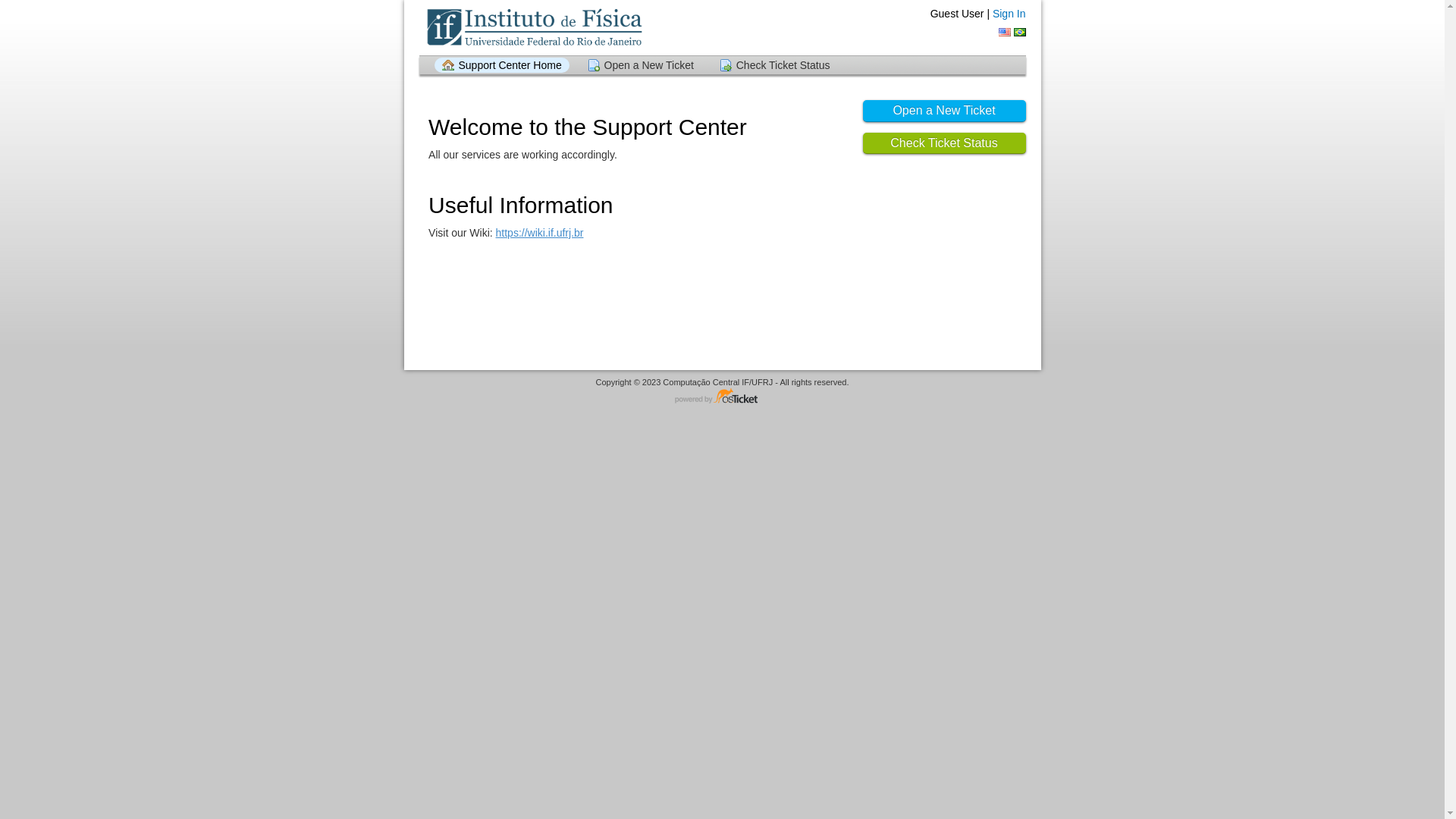 The height and width of the screenshot is (819, 1456). What do you see at coordinates (722, 396) in the screenshot?
I see `'Helpdesk software - powered by osTicket'` at bounding box center [722, 396].